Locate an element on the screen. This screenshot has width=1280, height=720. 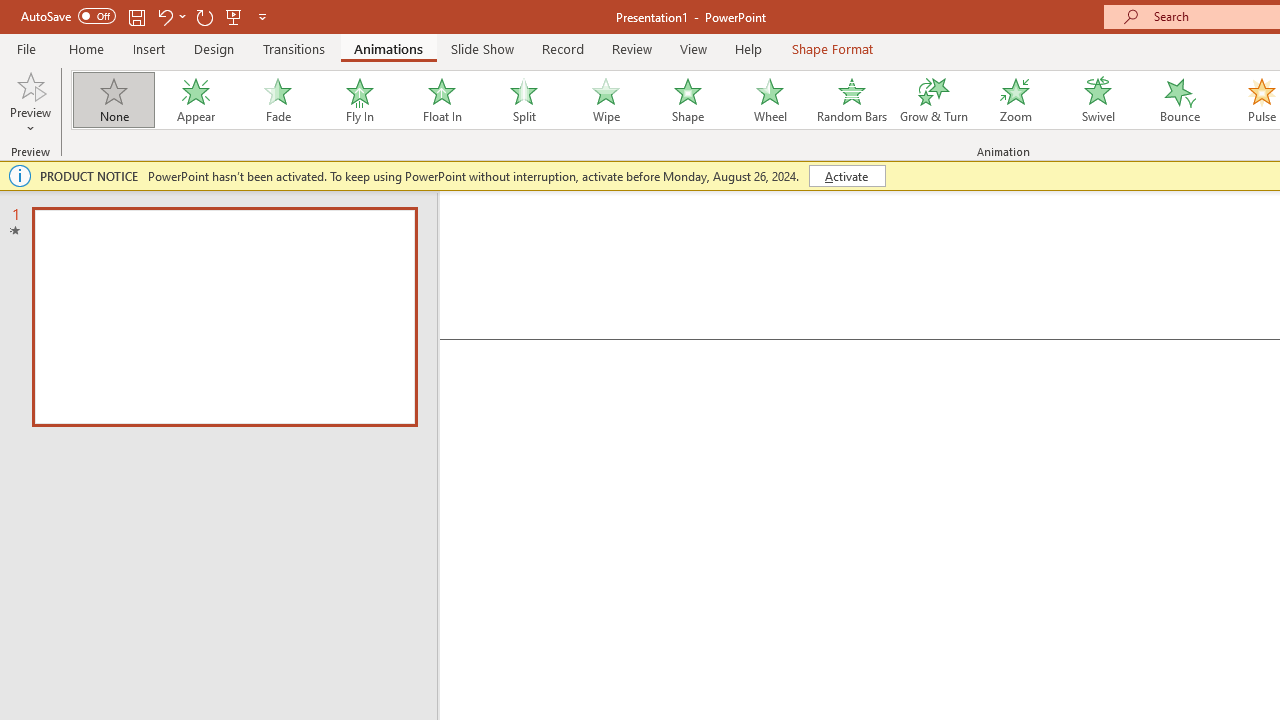
'None' is located at coordinates (112, 100).